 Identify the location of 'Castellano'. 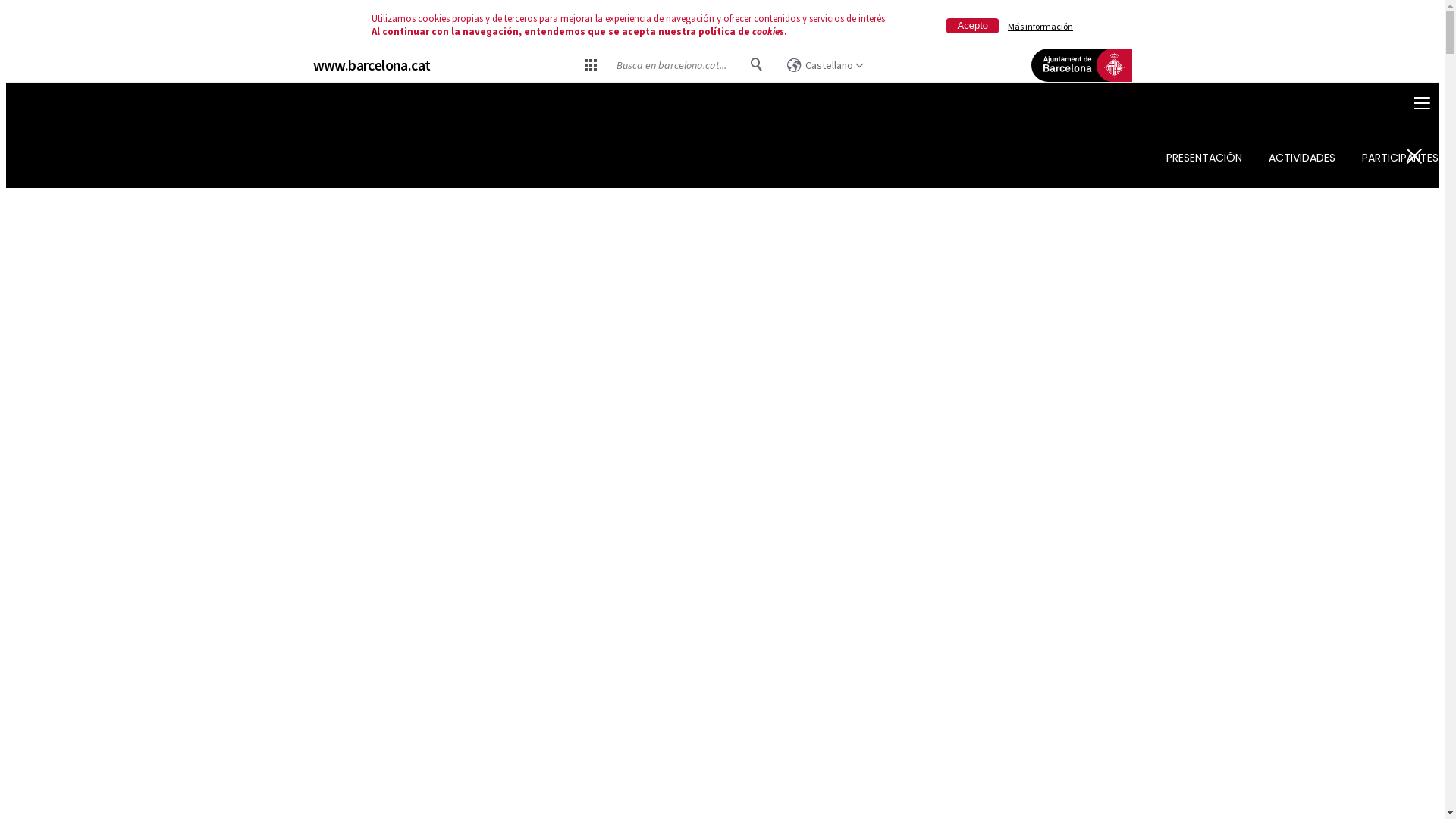
(824, 64).